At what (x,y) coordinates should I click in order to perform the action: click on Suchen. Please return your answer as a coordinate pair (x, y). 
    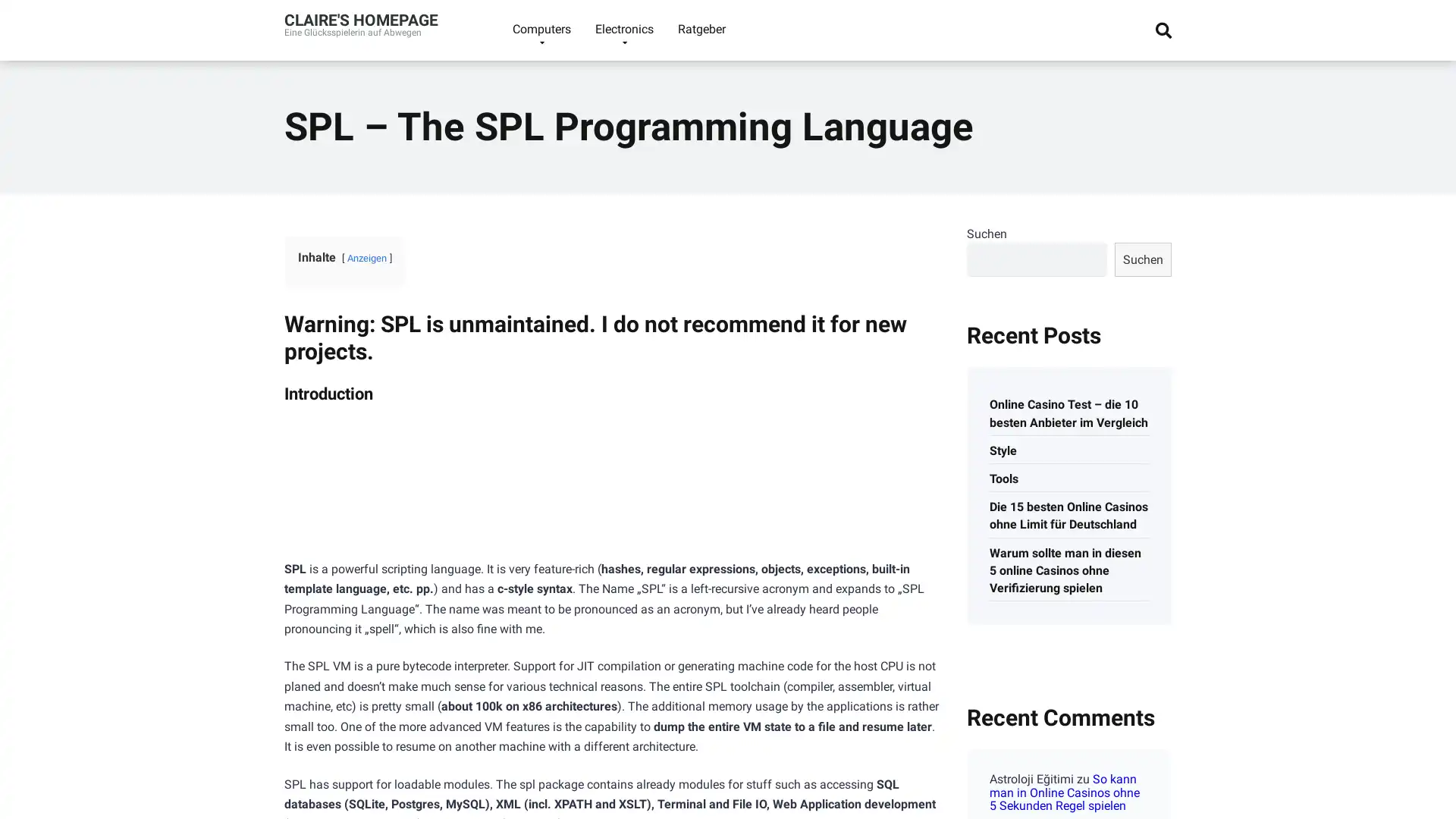
    Looking at the image, I should click on (1143, 258).